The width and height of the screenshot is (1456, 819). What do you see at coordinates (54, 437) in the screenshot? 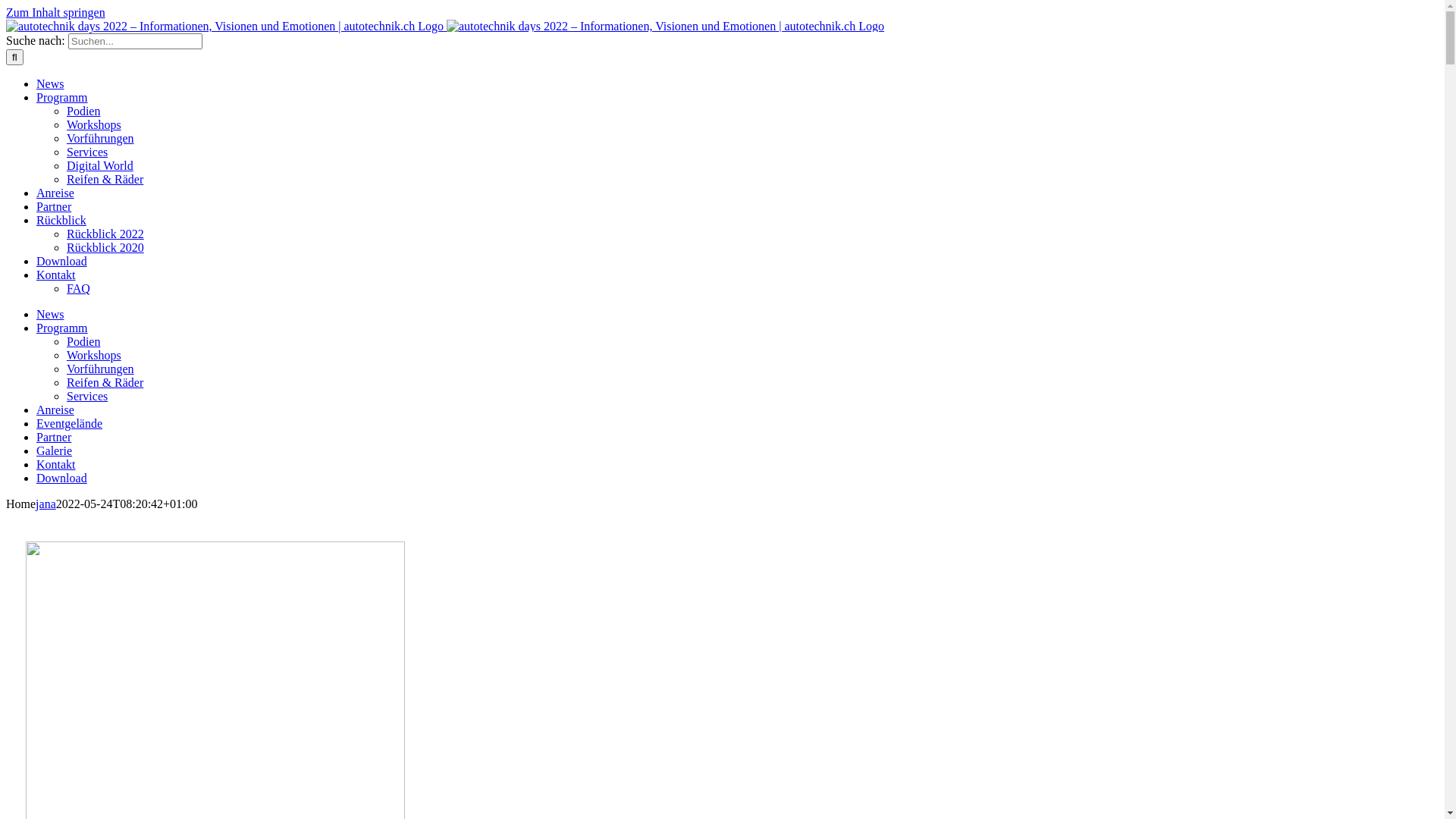
I see `'Partner'` at bounding box center [54, 437].